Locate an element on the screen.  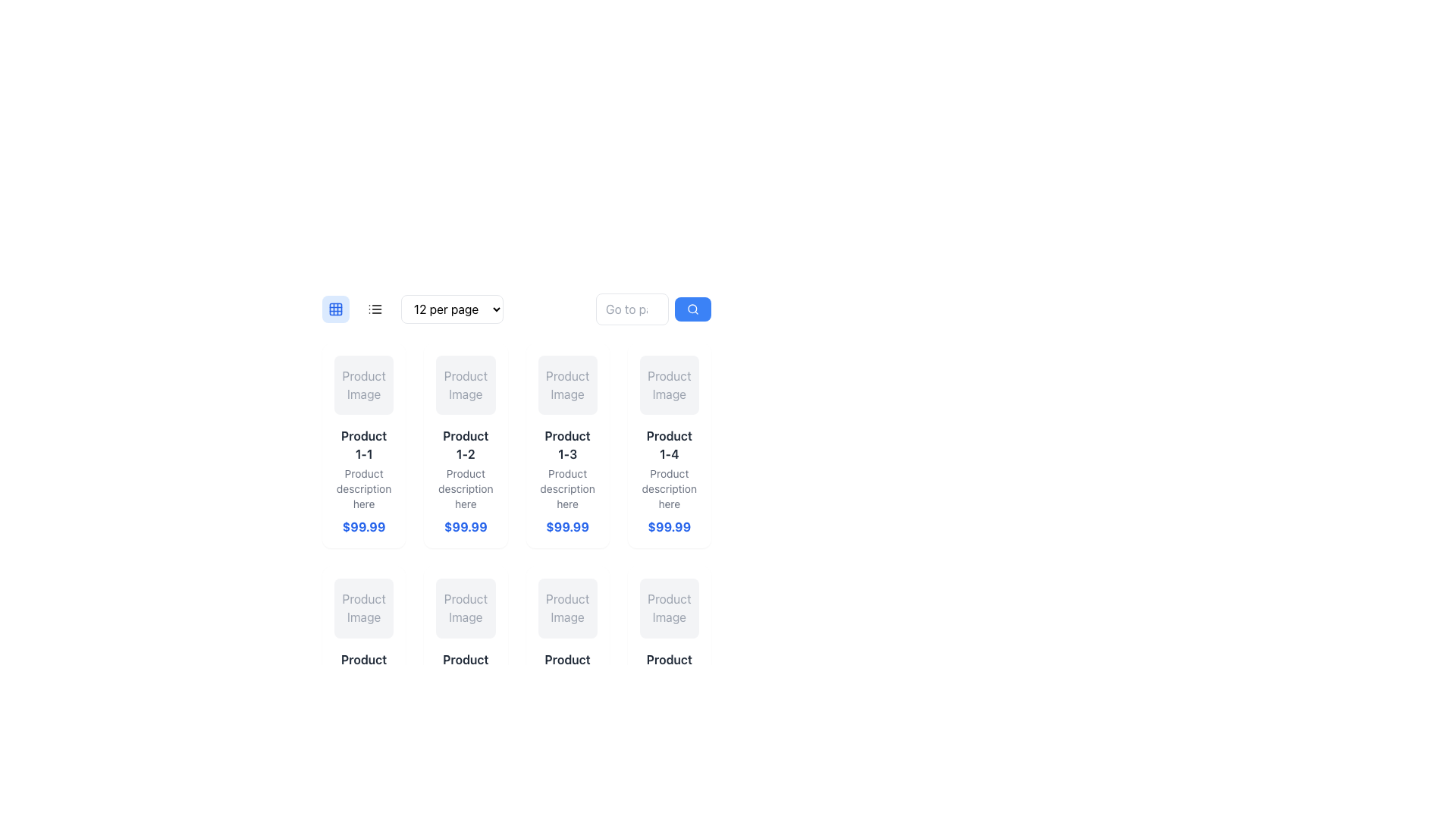
the placeholder for the product image located at the top of the product card in the fourth column of the first row, above the product title 'Product 1-4' is located at coordinates (668, 384).